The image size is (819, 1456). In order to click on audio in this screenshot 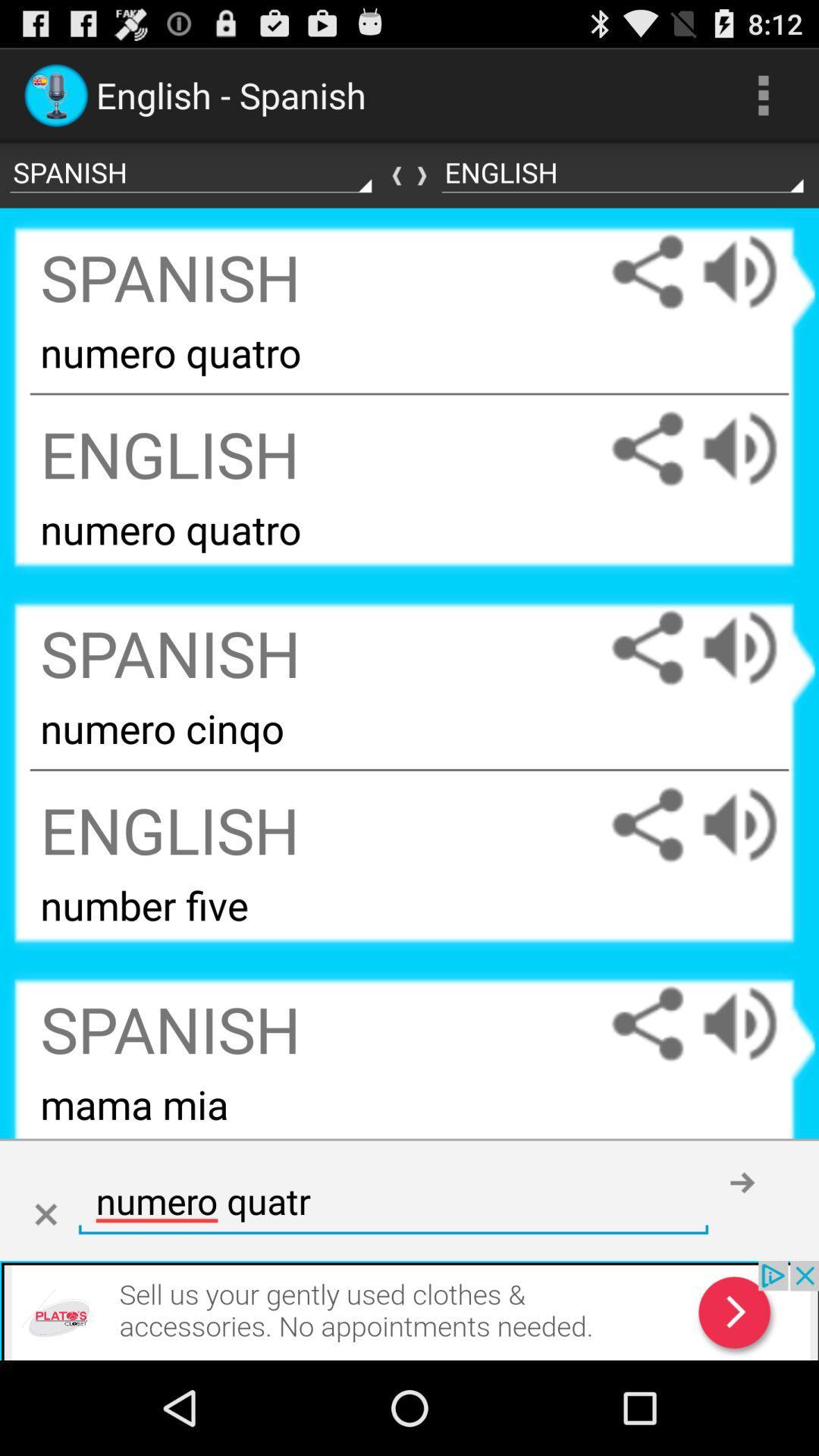, I will do `click(755, 448)`.